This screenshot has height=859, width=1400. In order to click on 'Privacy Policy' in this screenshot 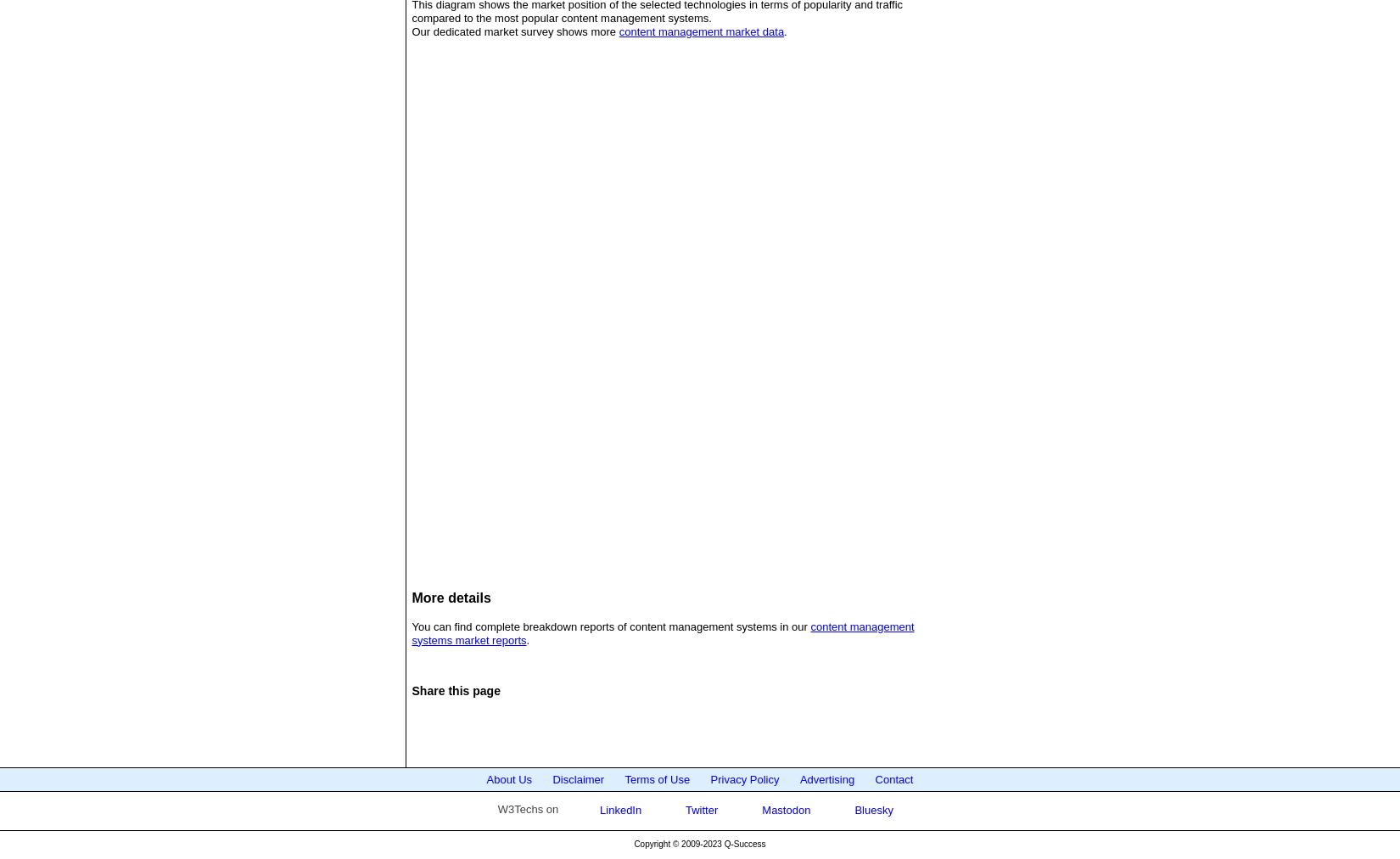, I will do `click(710, 778)`.